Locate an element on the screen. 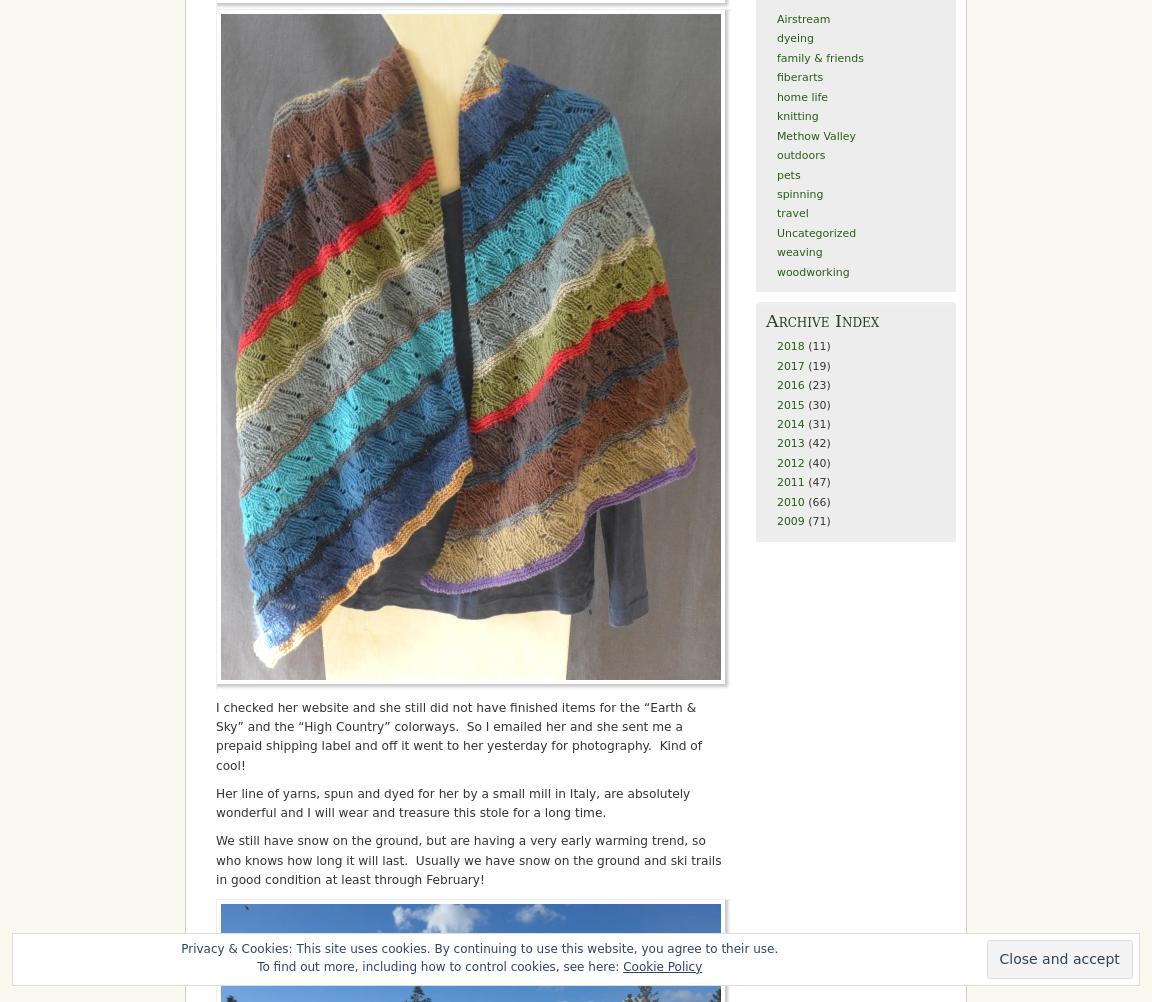 The width and height of the screenshot is (1152, 1002). 'weaving' is located at coordinates (799, 251).